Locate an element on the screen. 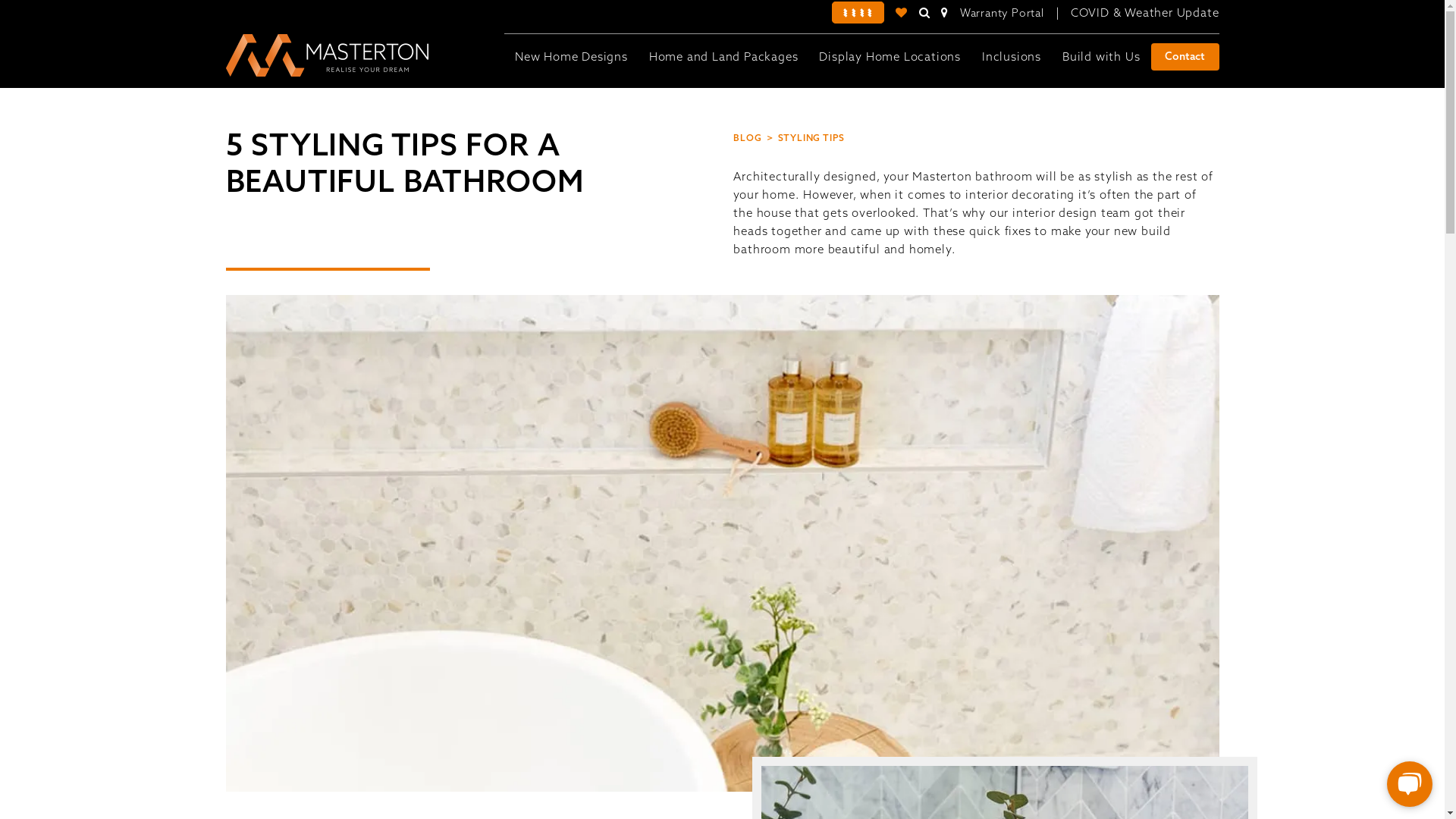 The width and height of the screenshot is (1456, 819). 'Display Home Locations' is located at coordinates (890, 55).